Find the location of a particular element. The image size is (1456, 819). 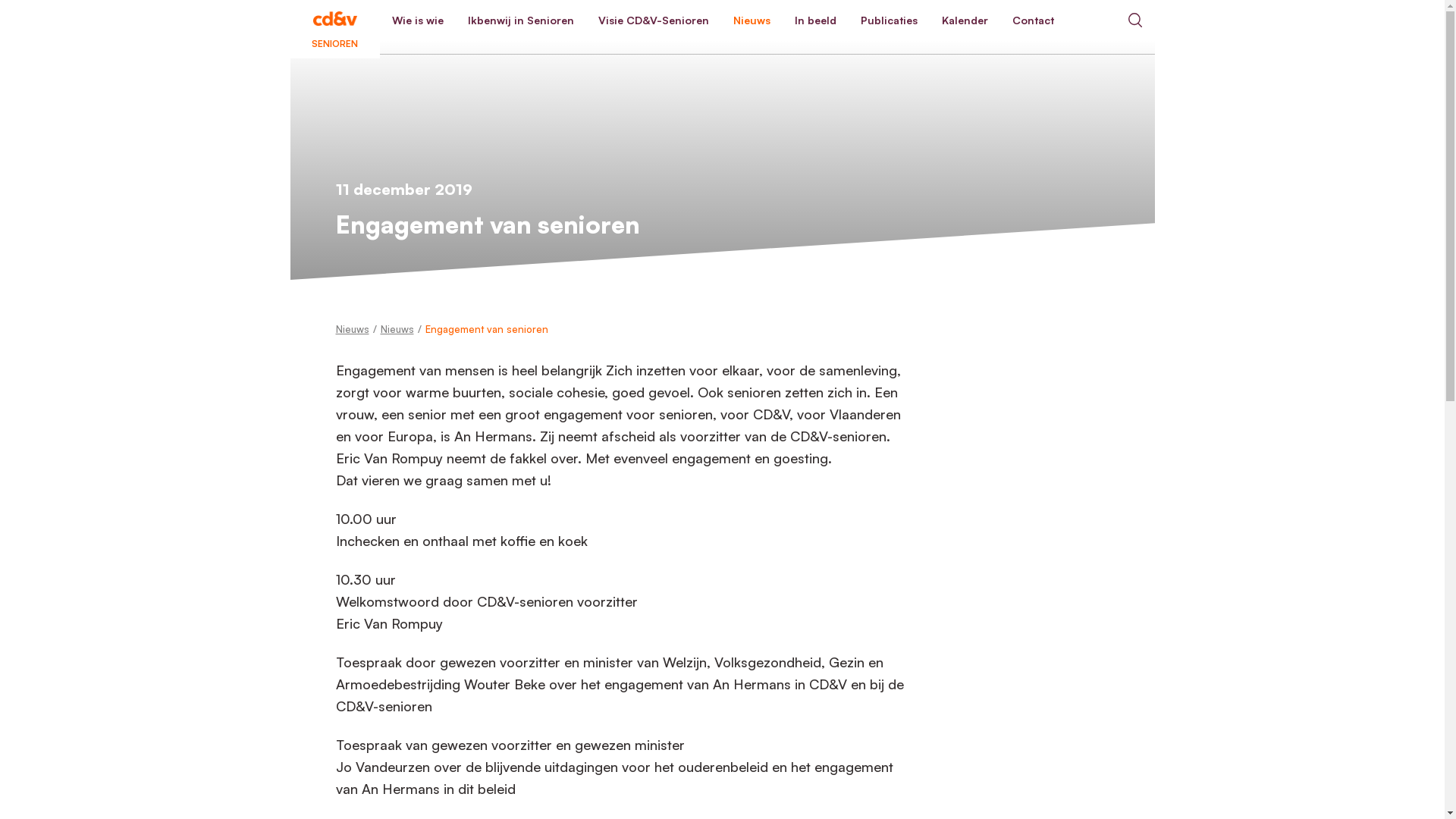

'Nieuws' is located at coordinates (351, 328).